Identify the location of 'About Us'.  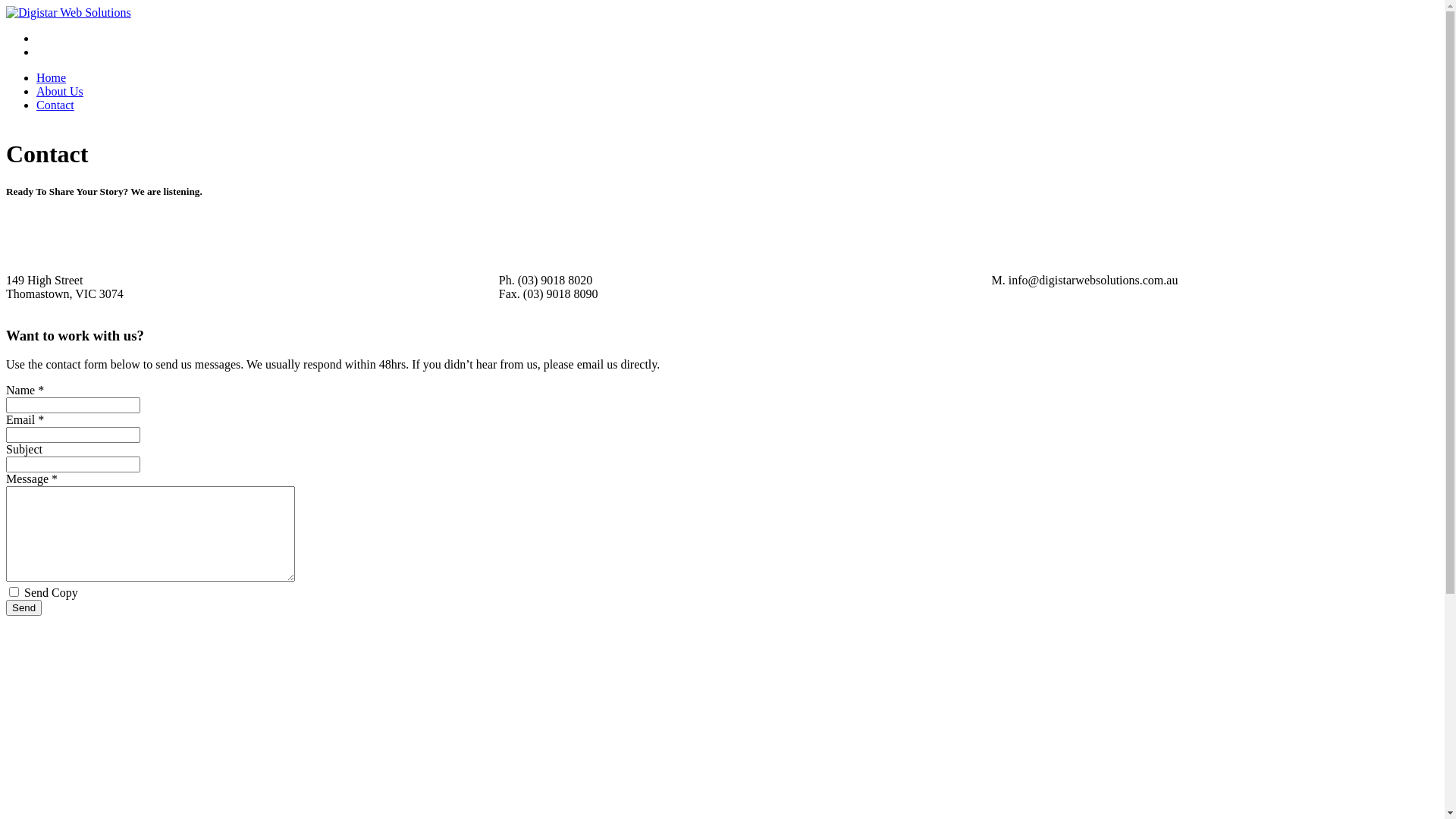
(59, 91).